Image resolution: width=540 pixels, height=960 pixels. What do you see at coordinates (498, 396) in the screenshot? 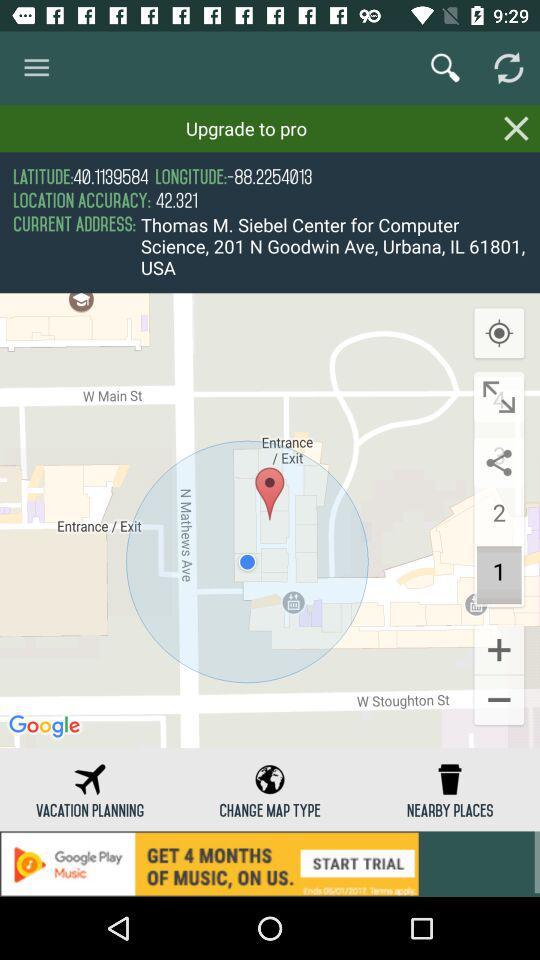
I see `the fullscreen icon` at bounding box center [498, 396].